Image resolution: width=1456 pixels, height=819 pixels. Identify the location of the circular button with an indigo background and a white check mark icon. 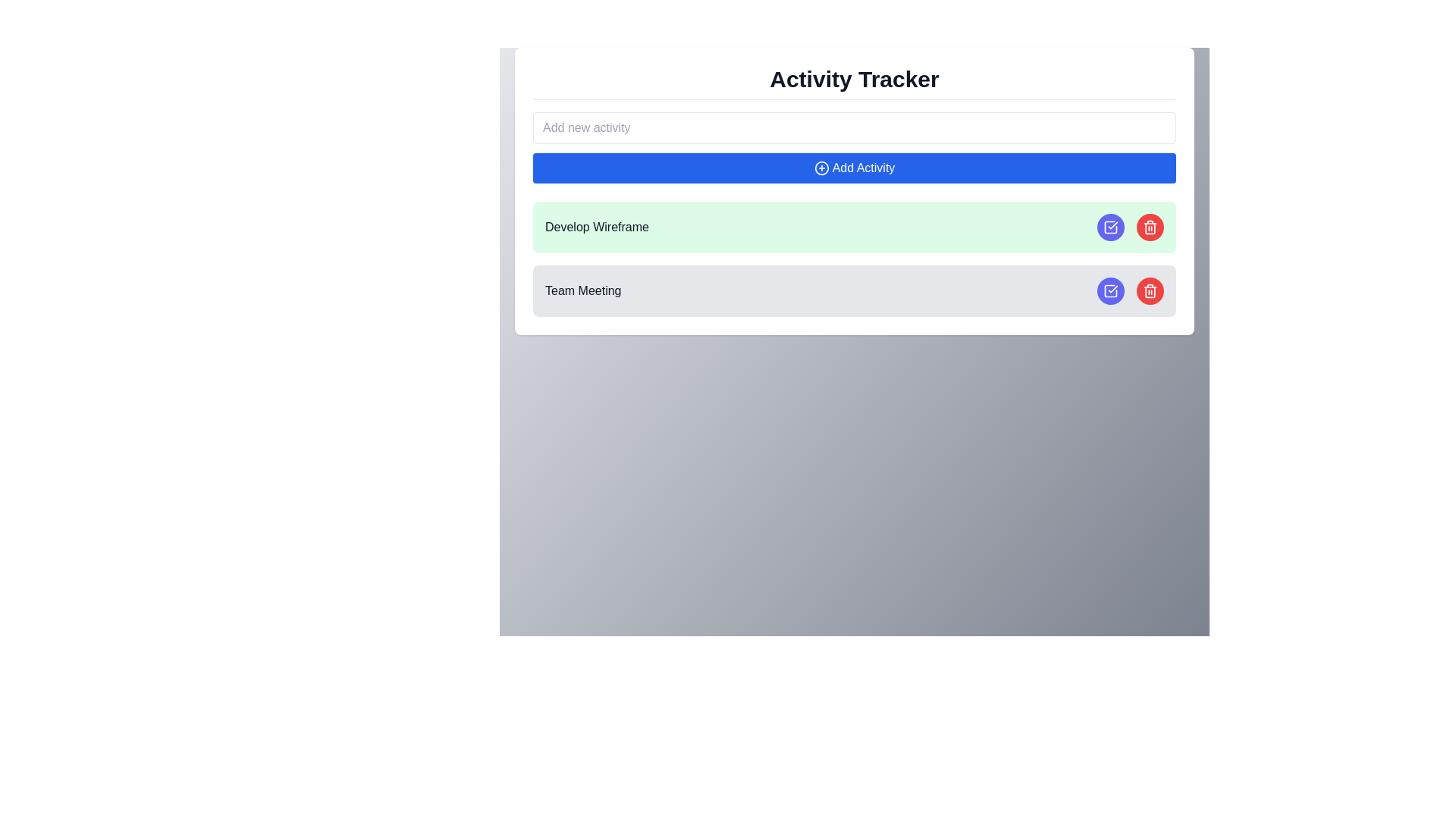
(1110, 291).